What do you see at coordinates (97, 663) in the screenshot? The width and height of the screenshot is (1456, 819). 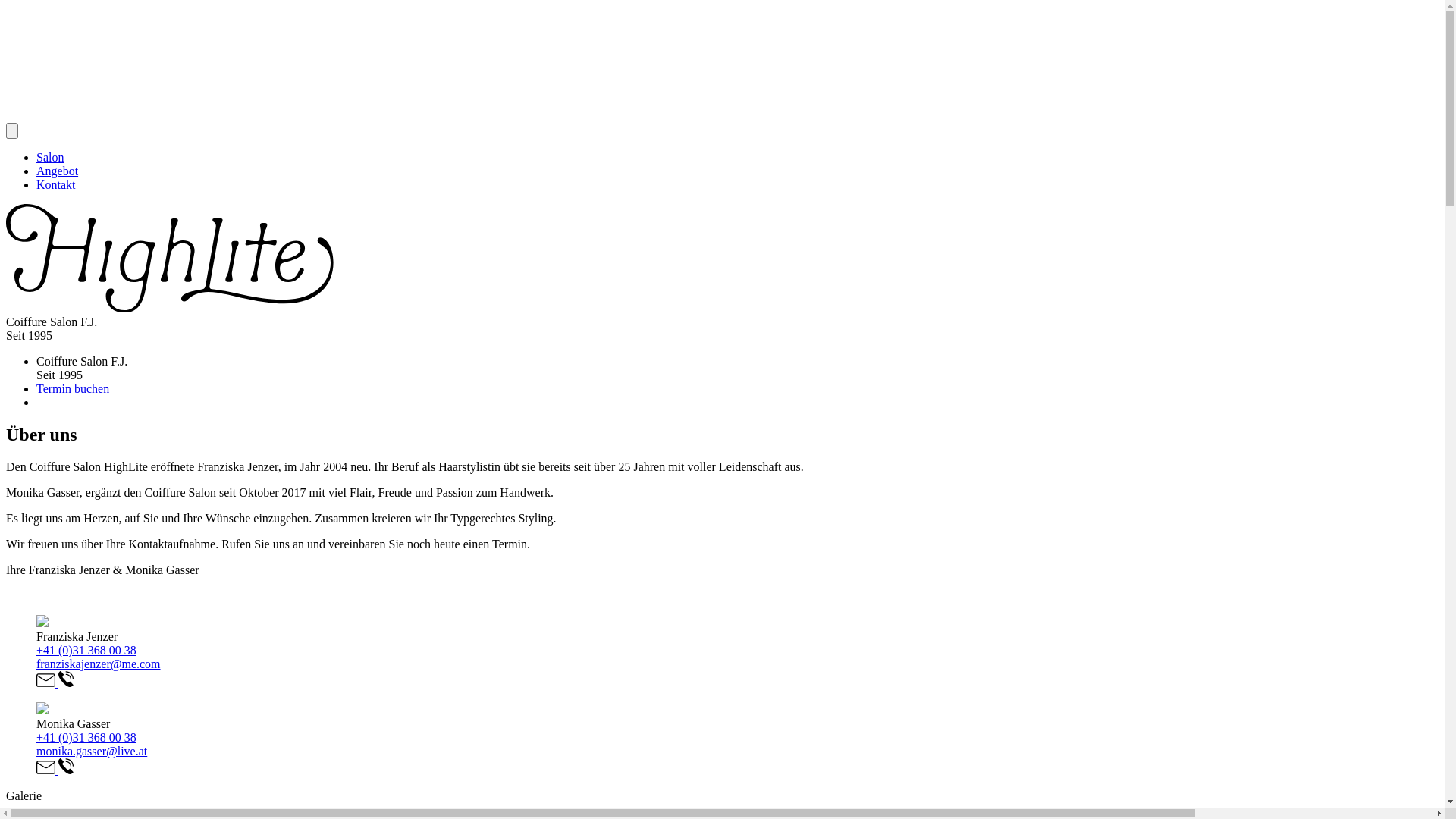 I see `'franziskajenzer@me.com'` at bounding box center [97, 663].